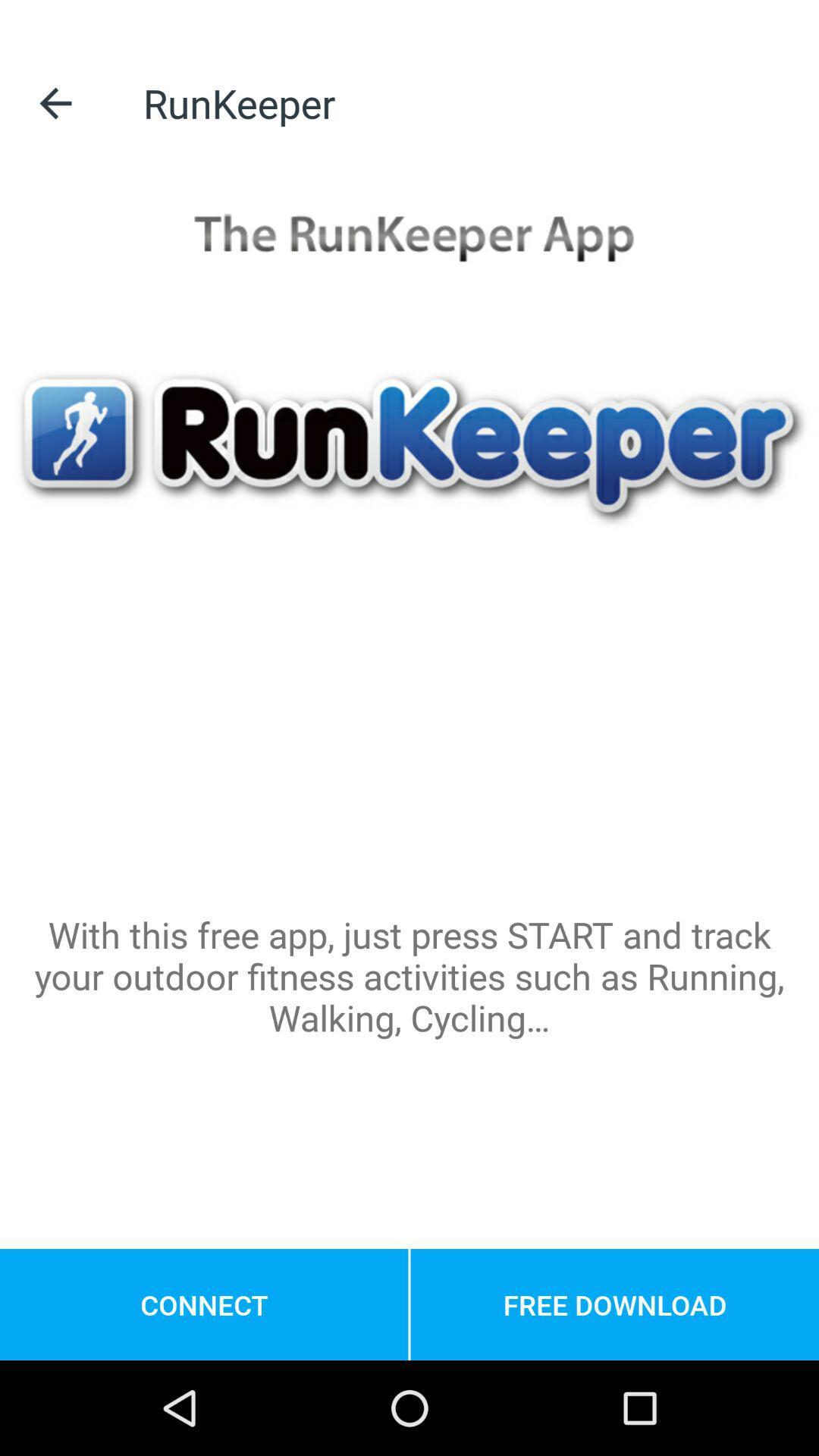 The height and width of the screenshot is (1456, 819). I want to click on the item to the left of the runkeeper item, so click(55, 102).